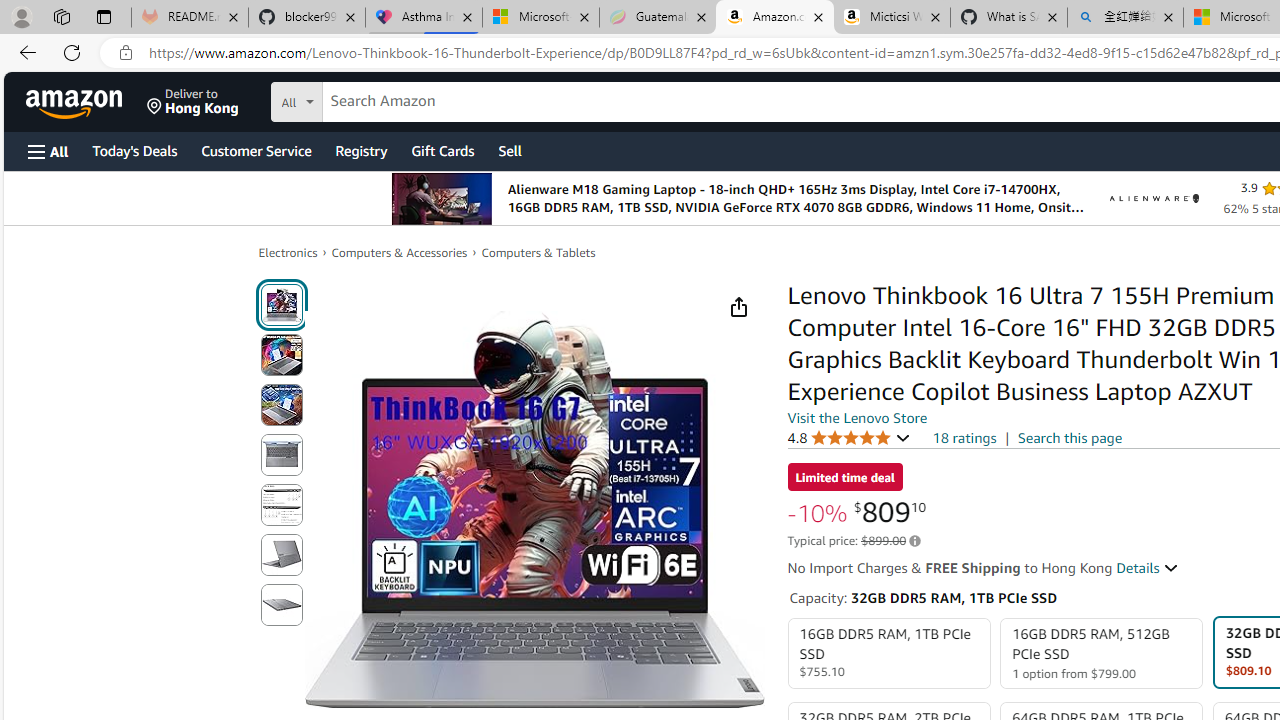  Describe the element at coordinates (371, 99) in the screenshot. I see `'Search in'` at that location.